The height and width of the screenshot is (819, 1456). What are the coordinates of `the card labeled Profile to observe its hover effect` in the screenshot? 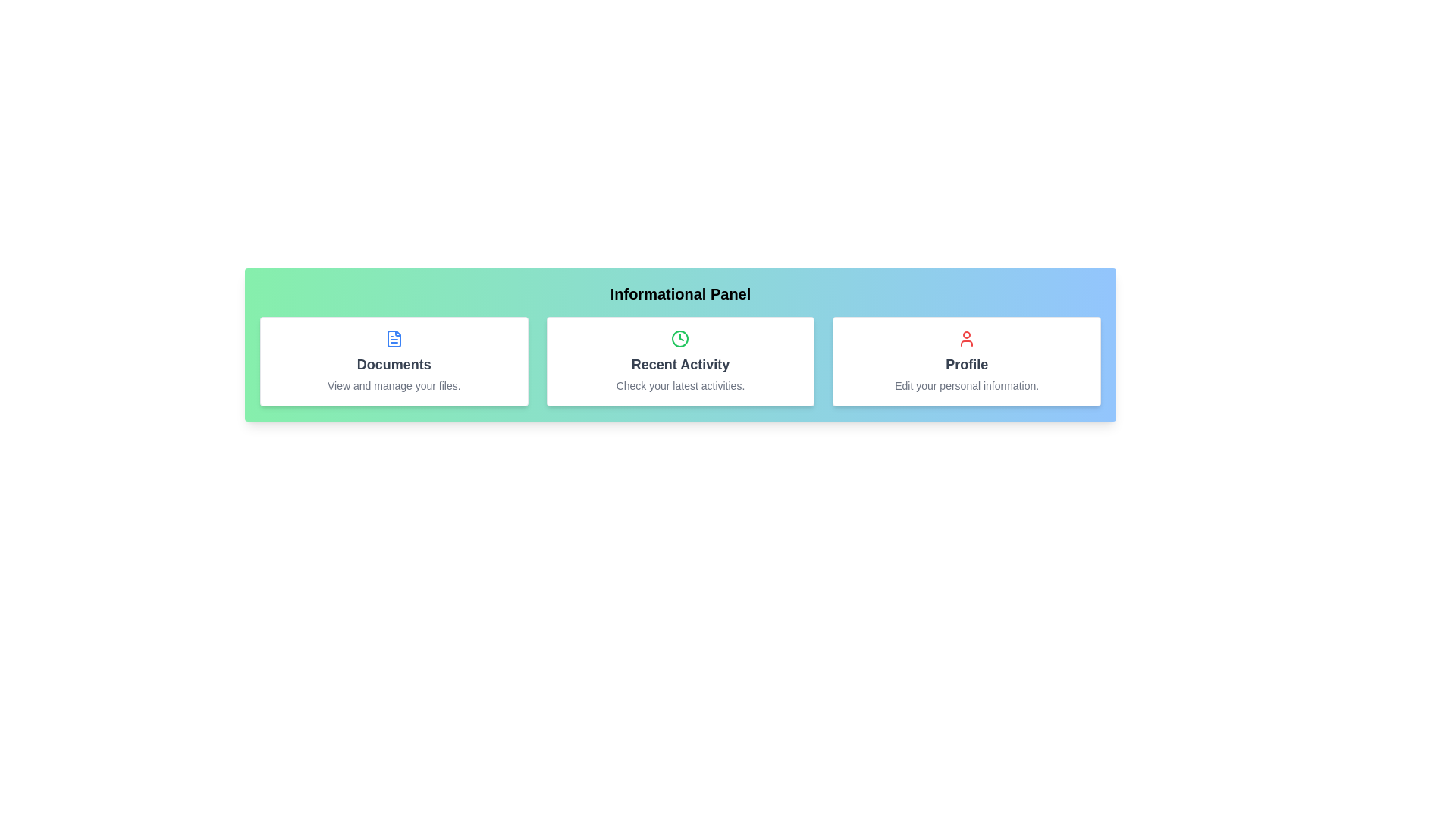 It's located at (966, 362).